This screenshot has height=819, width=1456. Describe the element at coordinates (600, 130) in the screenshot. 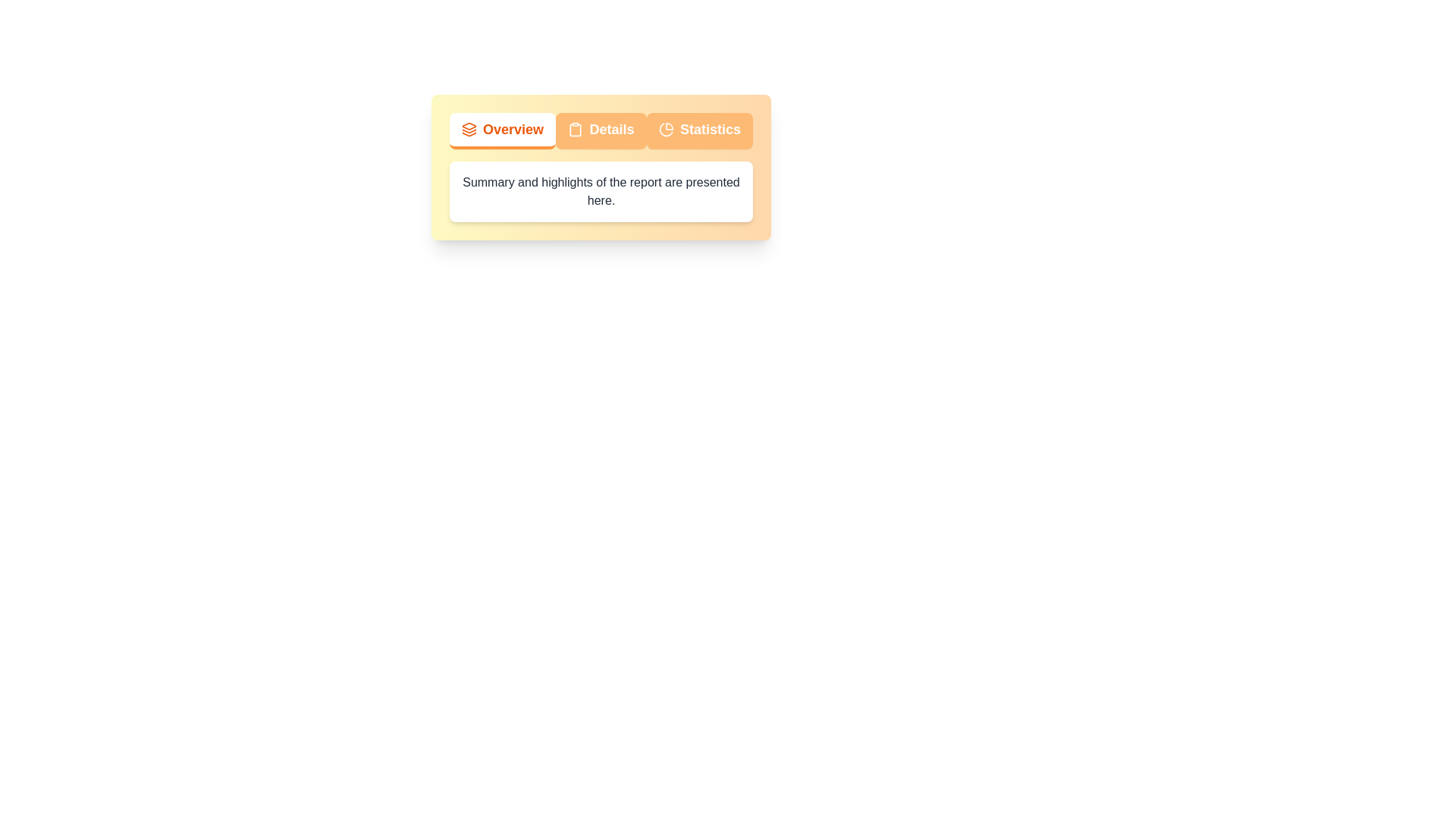

I see `the second button in the horizontal group of three buttons` at that location.